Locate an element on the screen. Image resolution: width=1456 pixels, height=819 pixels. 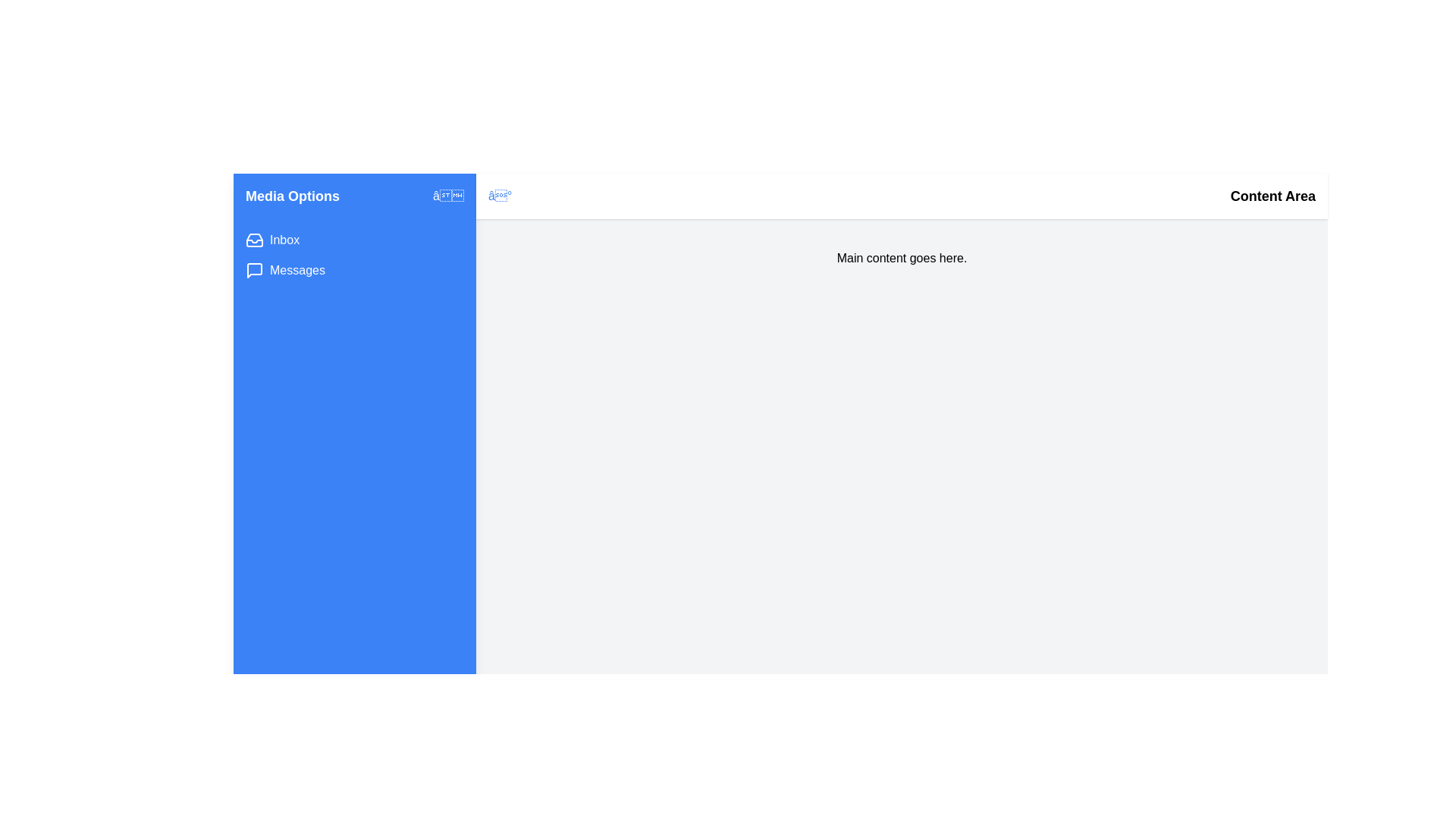
the 'Messages' option in the MultimediaDrawer is located at coordinates (297, 270).